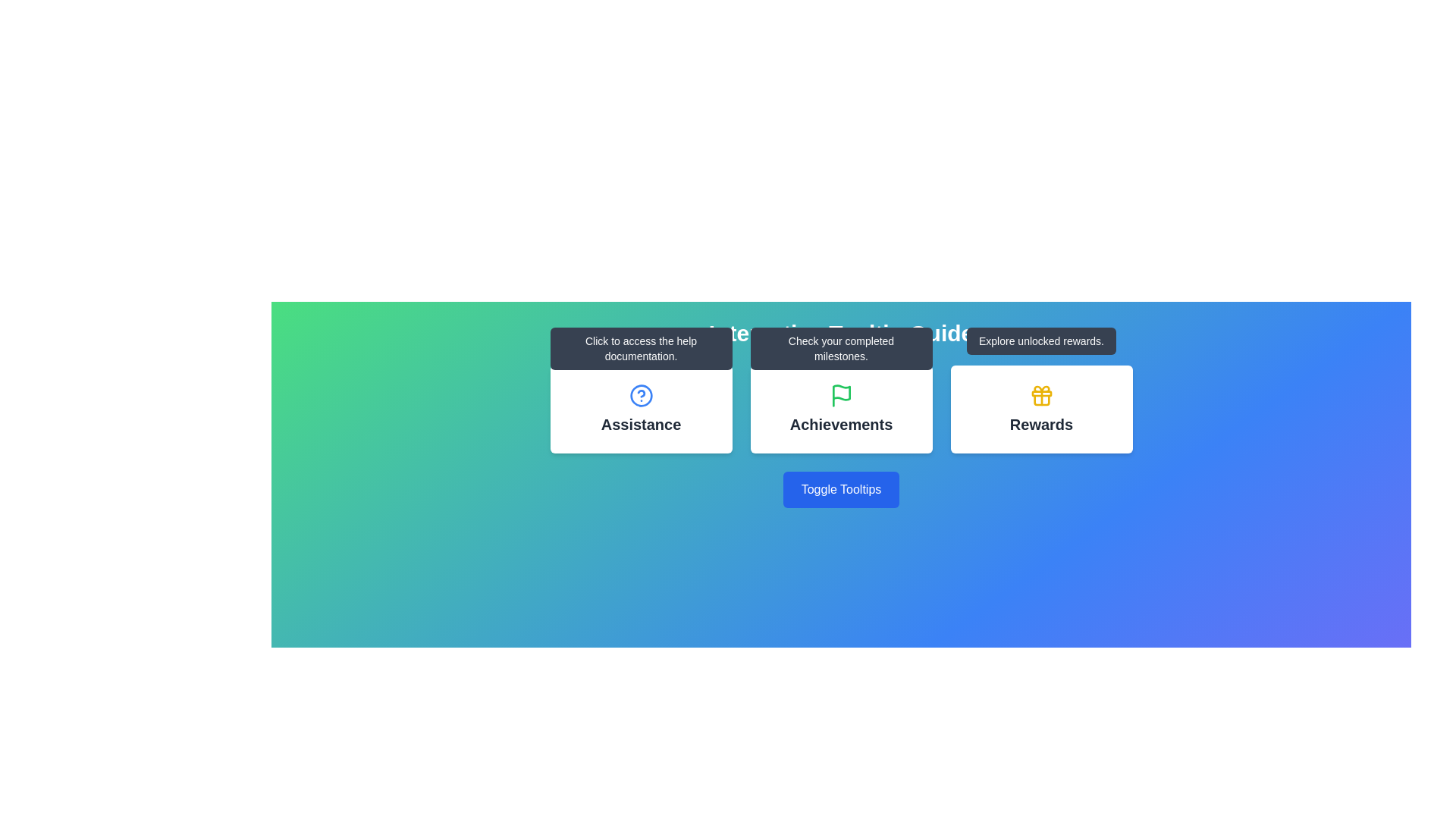 This screenshot has height=819, width=1456. I want to click on the rectangular button with a blue background and white text reading 'Toggle Tooltips' to change its background color, so click(840, 489).